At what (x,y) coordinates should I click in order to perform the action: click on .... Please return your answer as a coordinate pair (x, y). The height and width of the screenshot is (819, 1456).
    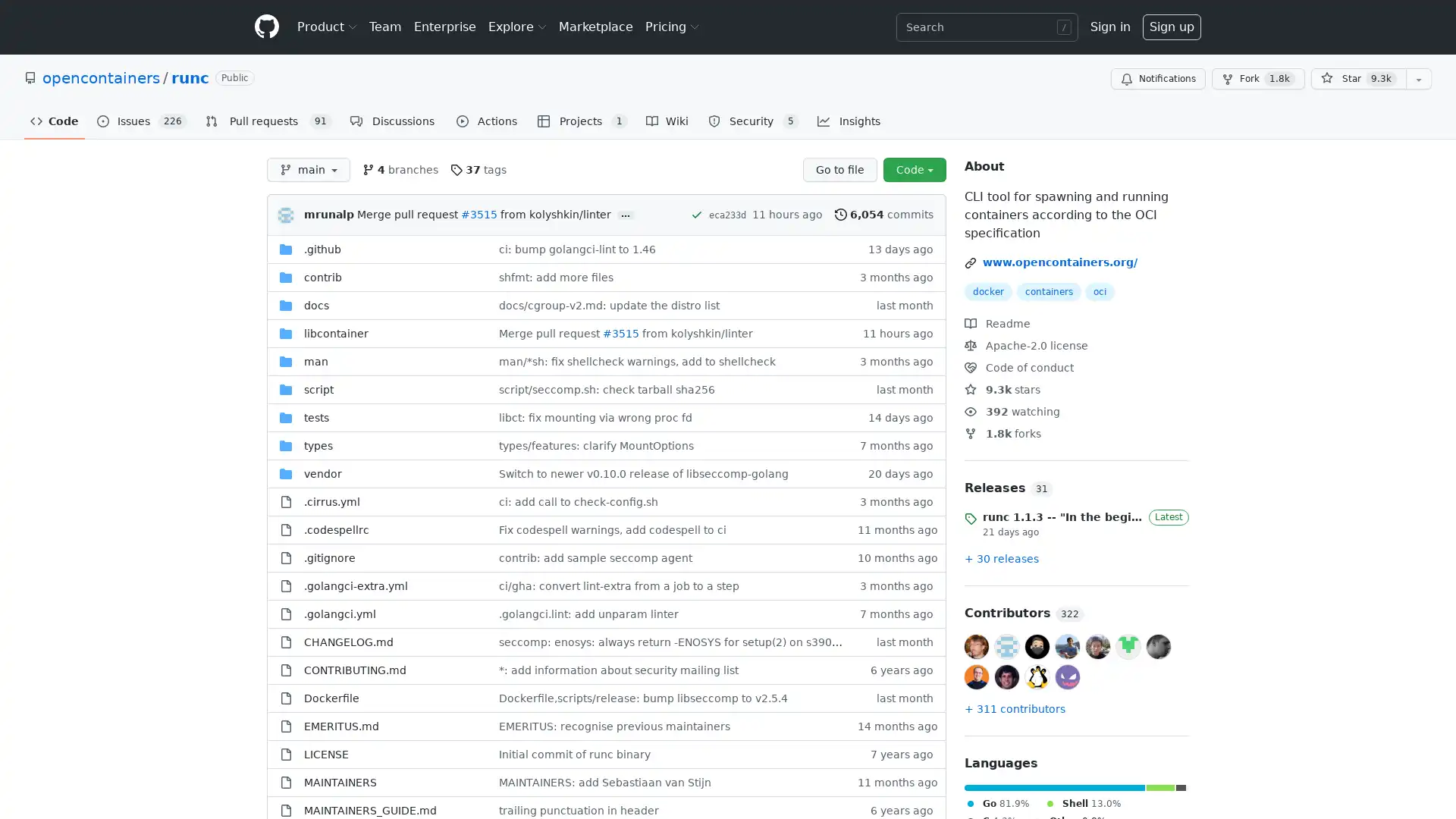
    Looking at the image, I should click on (626, 215).